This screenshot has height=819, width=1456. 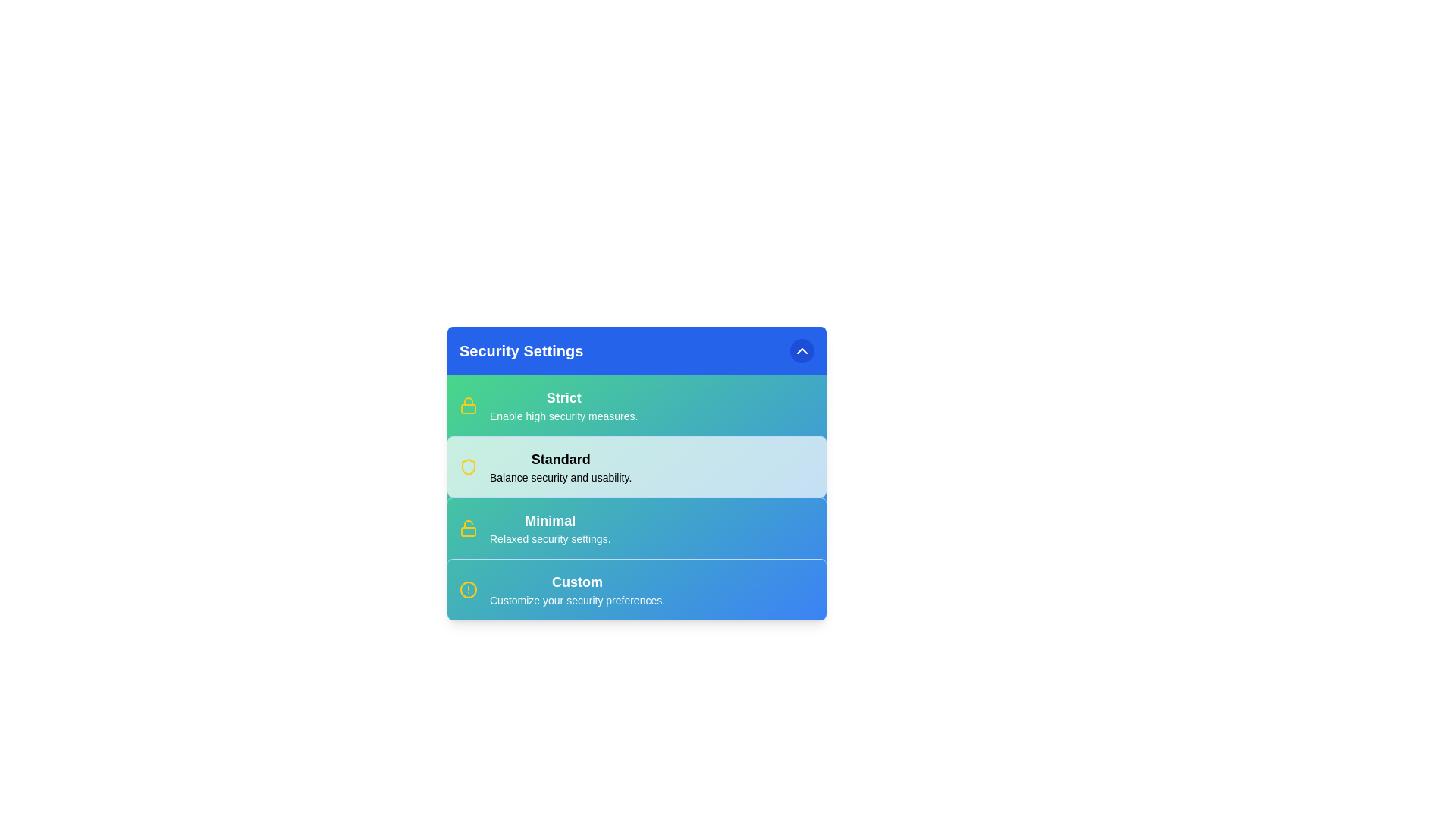 What do you see at coordinates (560, 466) in the screenshot?
I see `the security option Standard from the menu` at bounding box center [560, 466].